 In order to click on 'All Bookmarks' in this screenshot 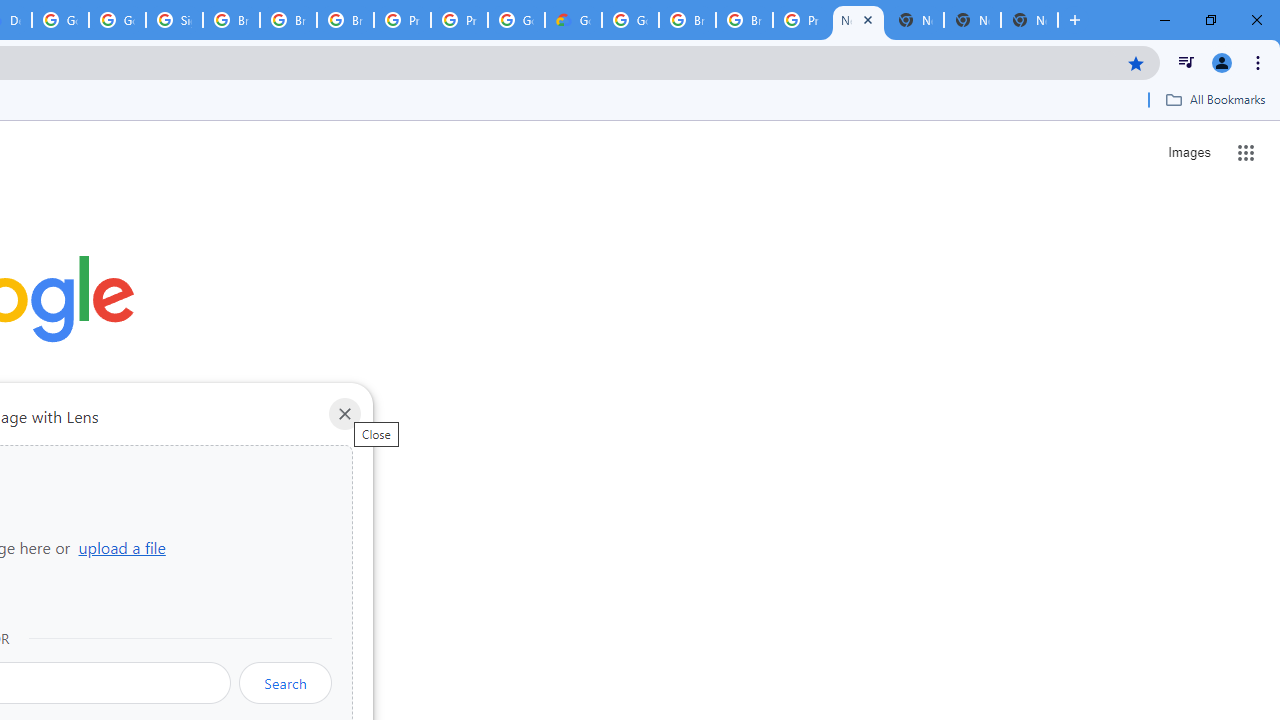, I will do `click(1214, 99)`.